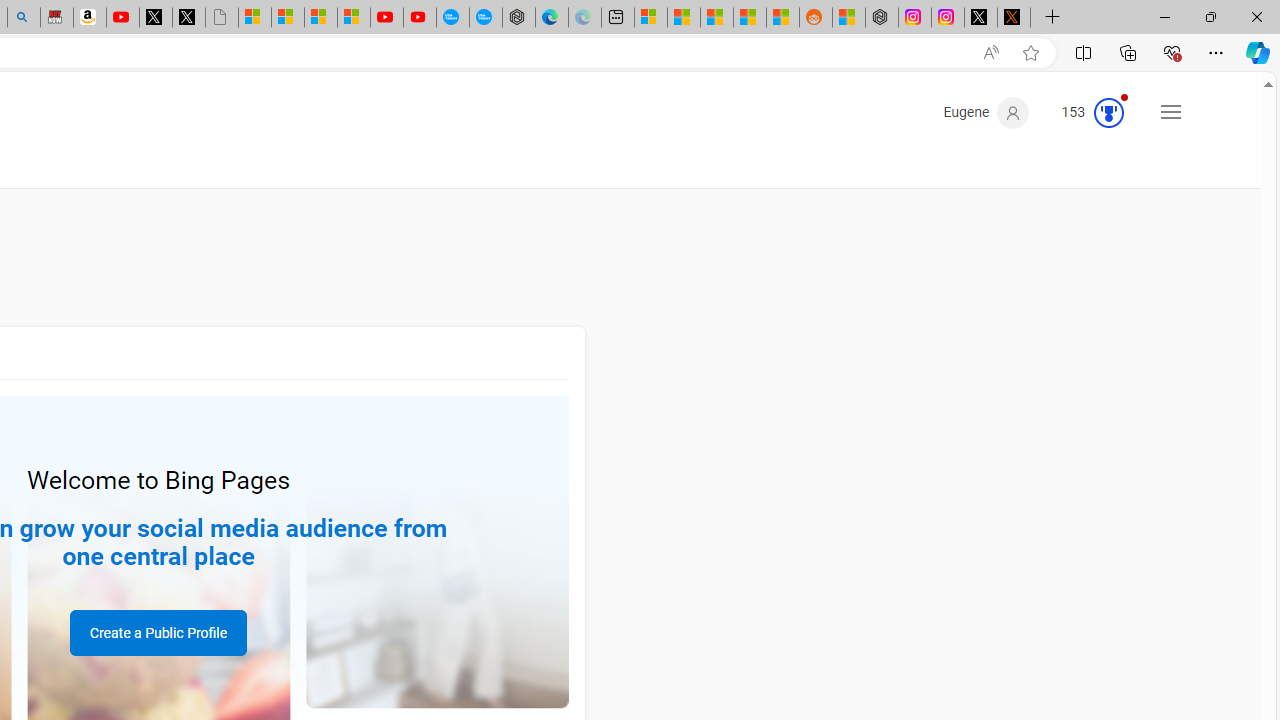 The height and width of the screenshot is (720, 1280). Describe the element at coordinates (1108, 113) in the screenshot. I see `'Class: medal-circled'` at that location.